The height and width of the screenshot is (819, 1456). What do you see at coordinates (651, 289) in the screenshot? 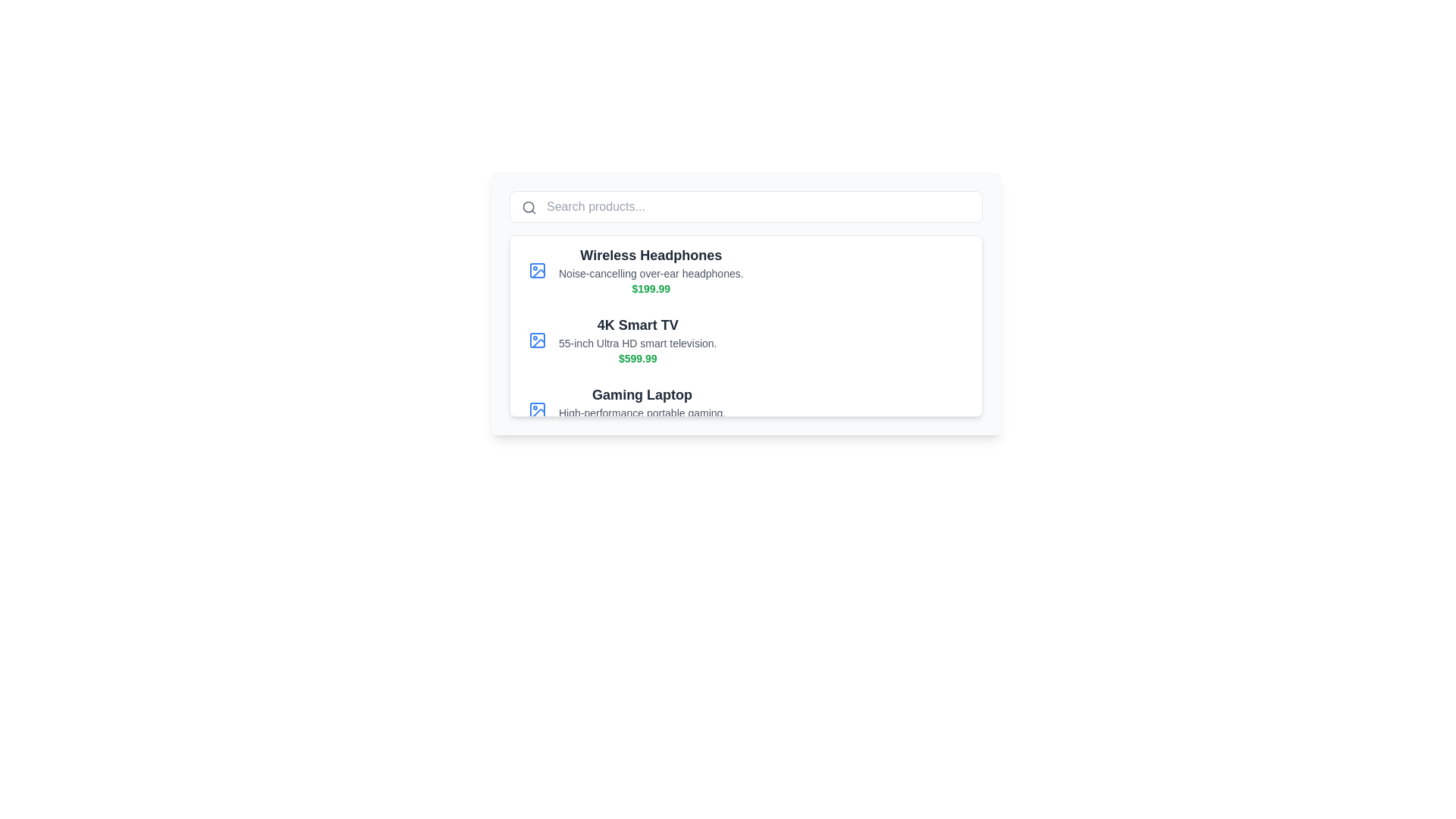
I see `price information displayed as "$199.99" in a green, slightly bold font, positioned beneath the product titled "Wireless Headphones"` at bounding box center [651, 289].